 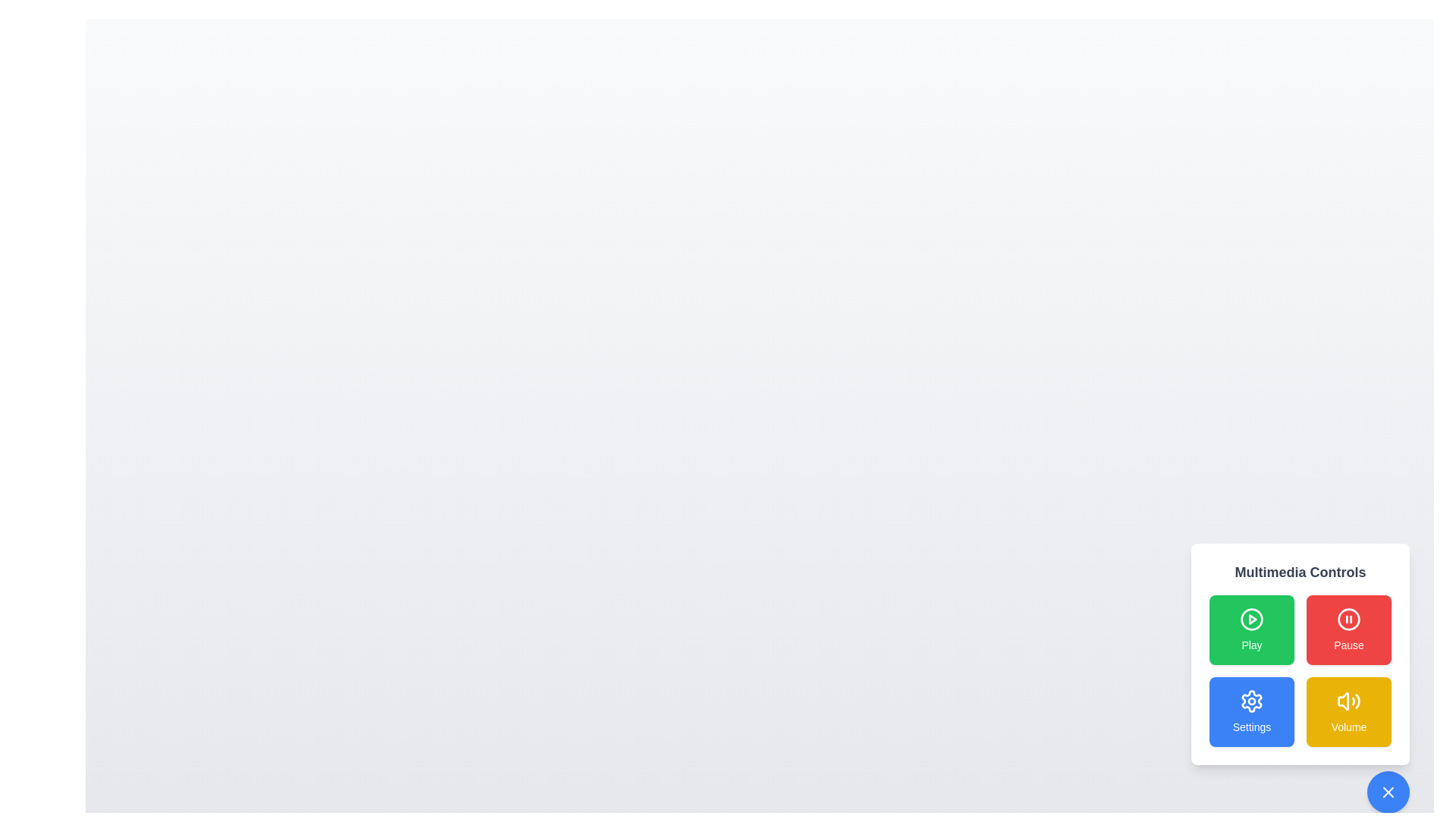 What do you see at coordinates (1388, 792) in the screenshot?
I see `the close or dismiss button located` at bounding box center [1388, 792].